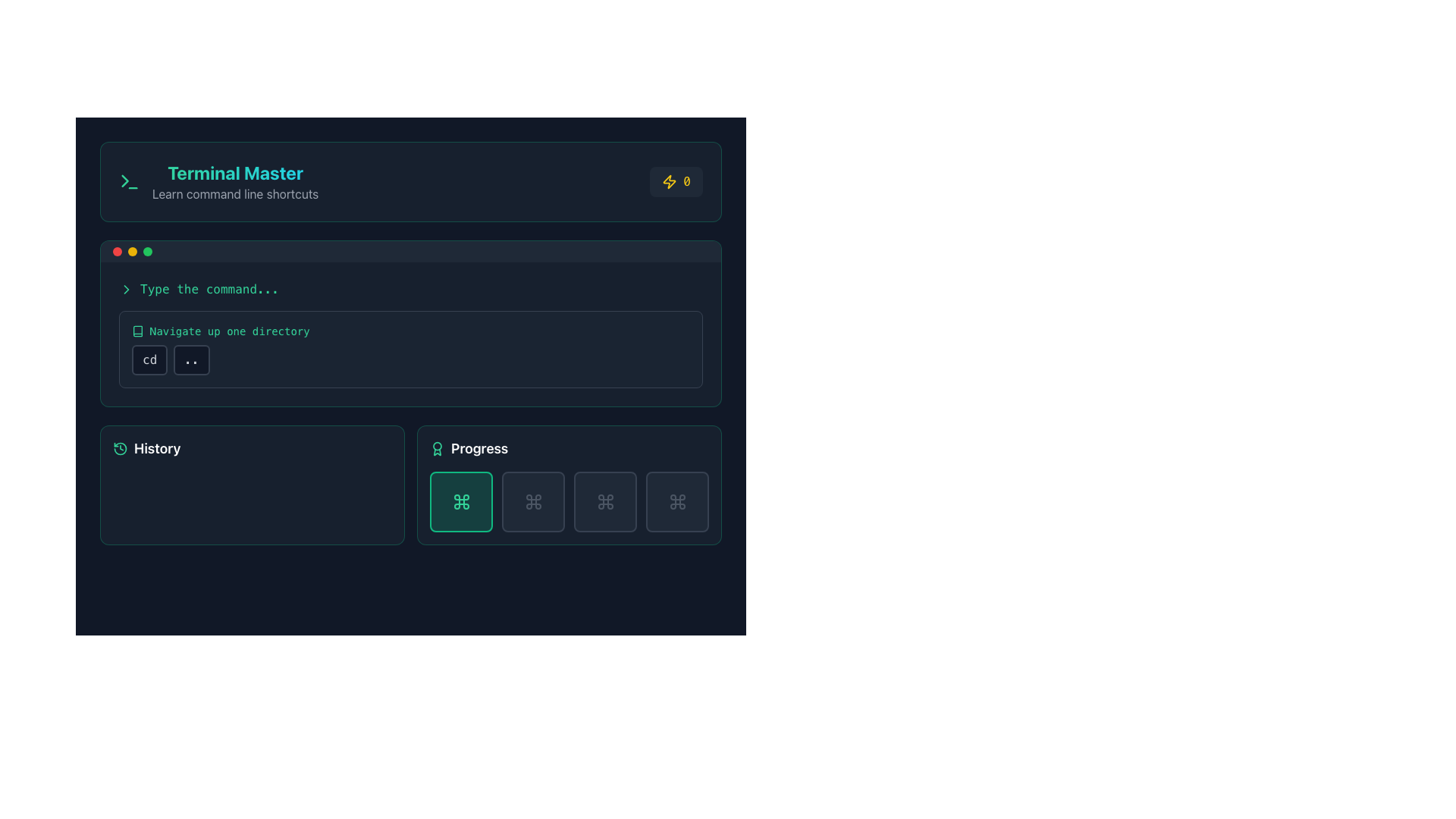 The height and width of the screenshot is (819, 1456). I want to click on the fourth button in the 'Progress' section, so click(676, 502).